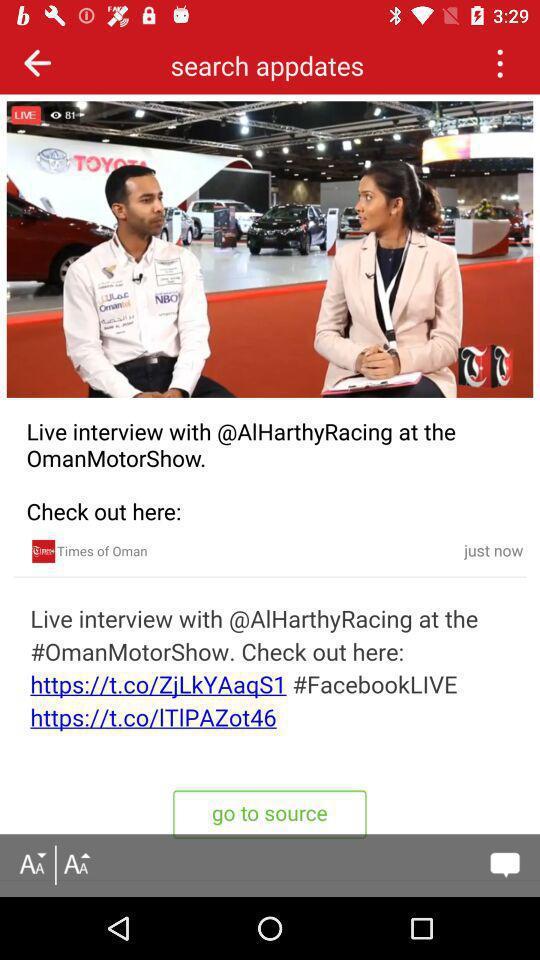 This screenshot has width=540, height=960. What do you see at coordinates (31, 864) in the screenshot?
I see `the font icon` at bounding box center [31, 864].